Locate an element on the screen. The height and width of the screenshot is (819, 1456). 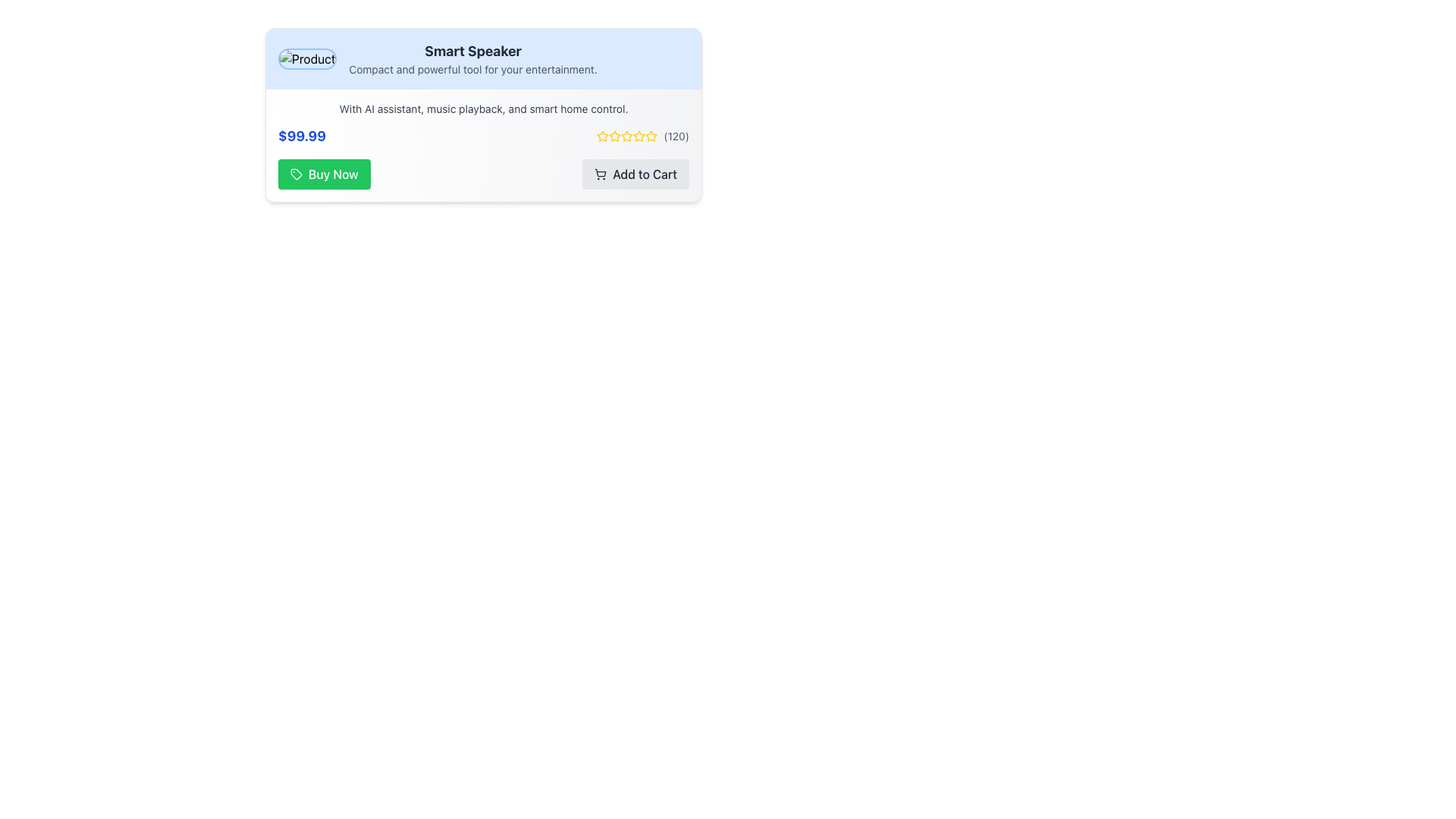
the fourth star in the five-star rating component, which visually displays a rating of 4 out of 5 stars, located to the left of the text '(120)' is located at coordinates (627, 136).